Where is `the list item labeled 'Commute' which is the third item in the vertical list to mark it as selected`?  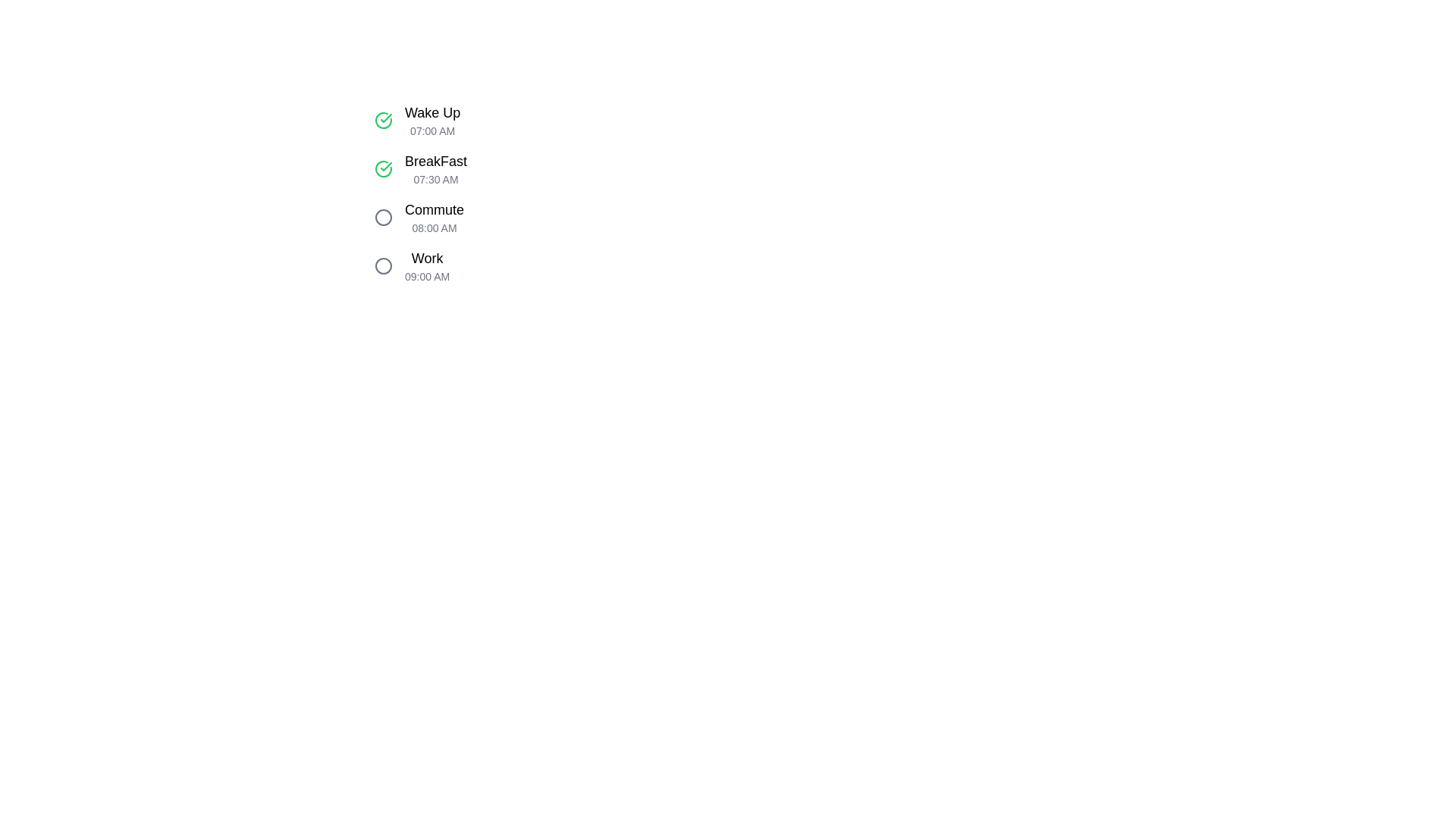 the list item labeled 'Commute' which is the third item in the vertical list to mark it as selected is located at coordinates (520, 217).